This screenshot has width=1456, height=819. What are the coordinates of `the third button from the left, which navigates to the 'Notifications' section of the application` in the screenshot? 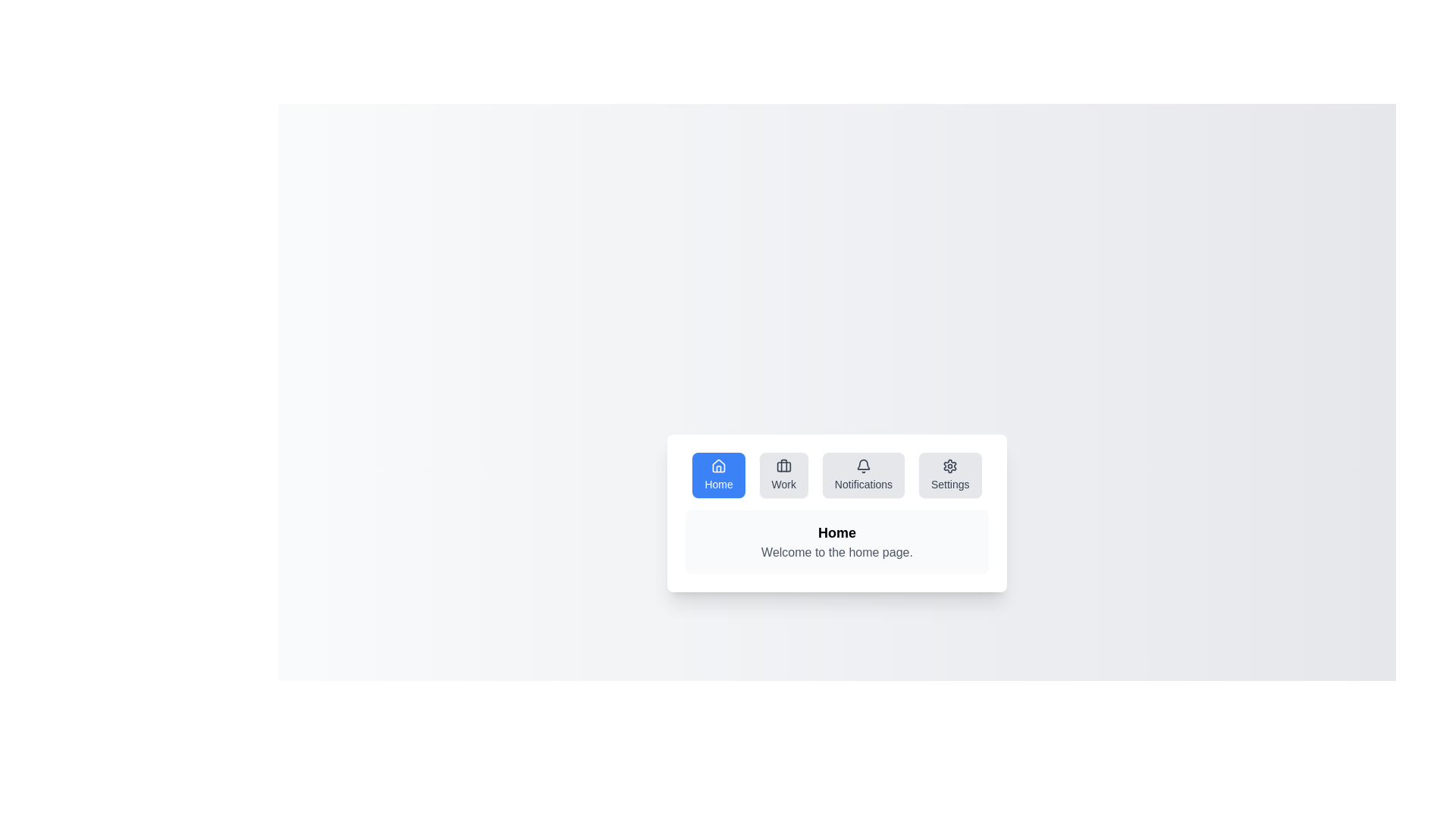 It's located at (863, 475).